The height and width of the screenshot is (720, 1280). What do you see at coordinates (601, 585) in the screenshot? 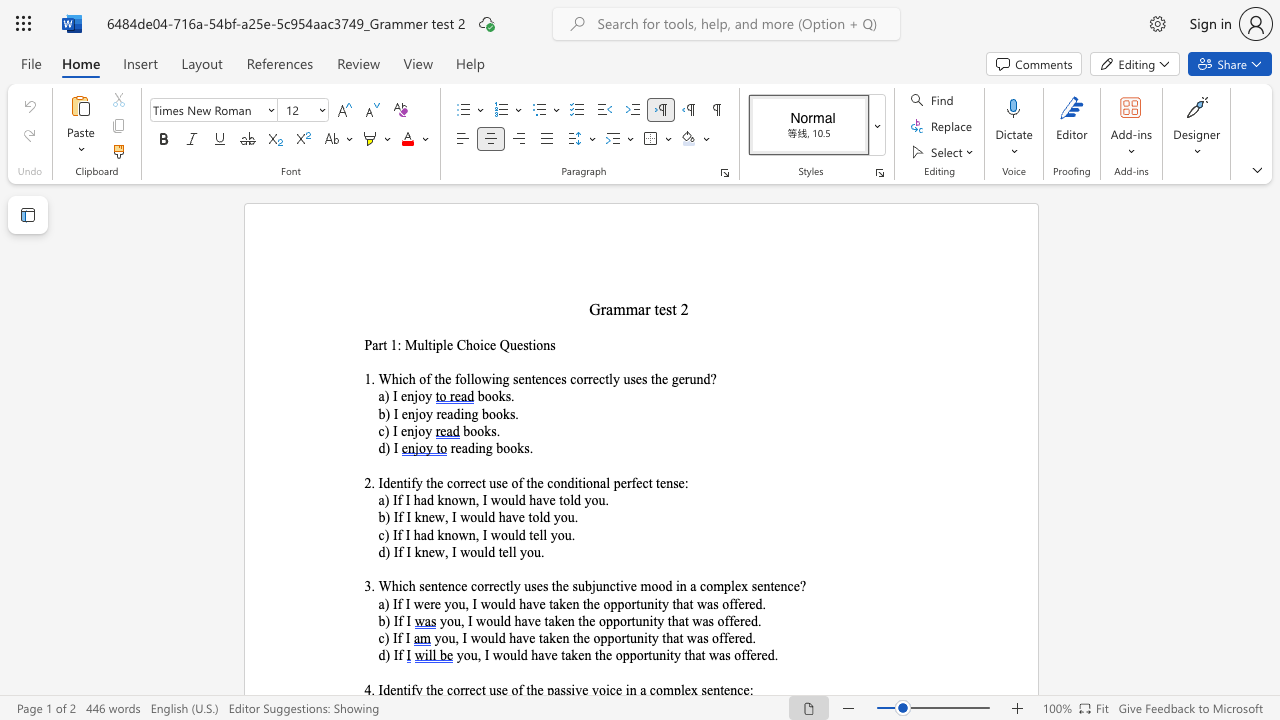
I see `the subset text "nctive mood in a complex sen" within the text "3. Which sentence correctly uses the subjunctive mood in a complex sentence?"` at bounding box center [601, 585].